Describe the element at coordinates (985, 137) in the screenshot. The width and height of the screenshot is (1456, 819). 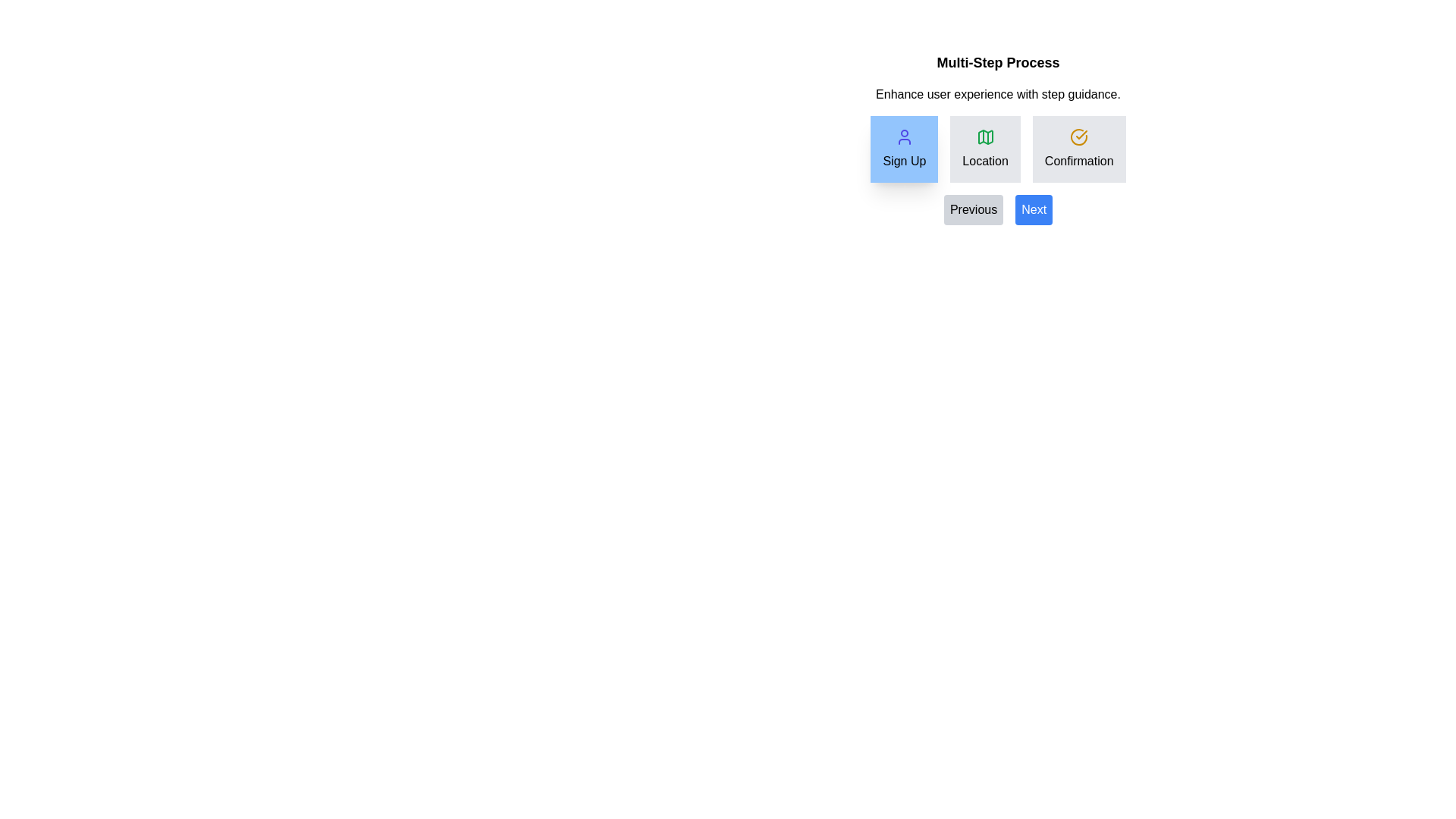
I see `the Location button which contains a green map-like icon, positioned between the Sign Up and Confirmation buttons` at that location.